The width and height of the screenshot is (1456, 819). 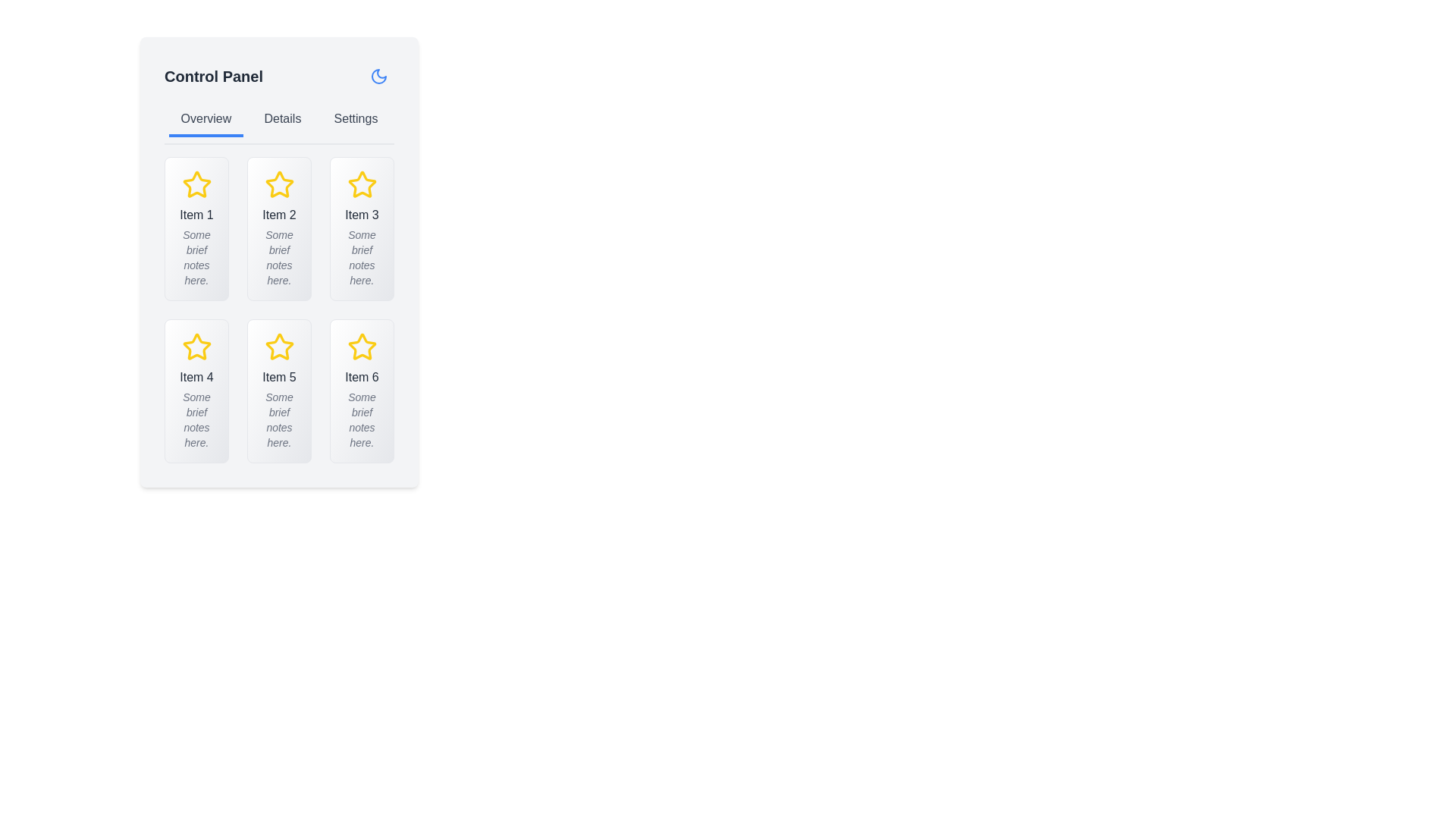 What do you see at coordinates (196, 347) in the screenshot?
I see `the star icon with a yellow outline, located above the text 'Item 4' in the second row, first column of the grid` at bounding box center [196, 347].